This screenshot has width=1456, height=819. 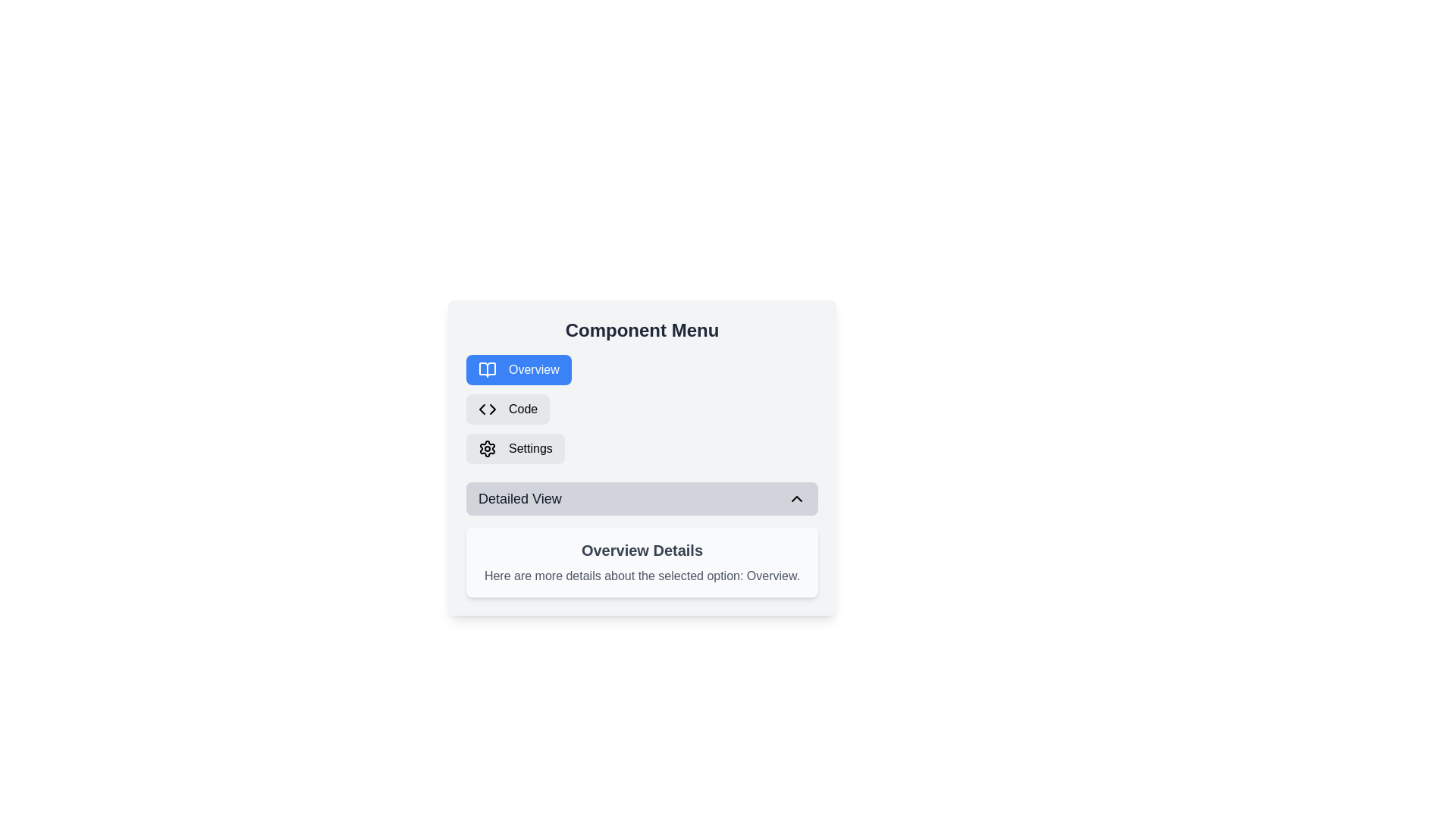 I want to click on the 'Overview' menu item in the Component Menu, so click(x=534, y=370).